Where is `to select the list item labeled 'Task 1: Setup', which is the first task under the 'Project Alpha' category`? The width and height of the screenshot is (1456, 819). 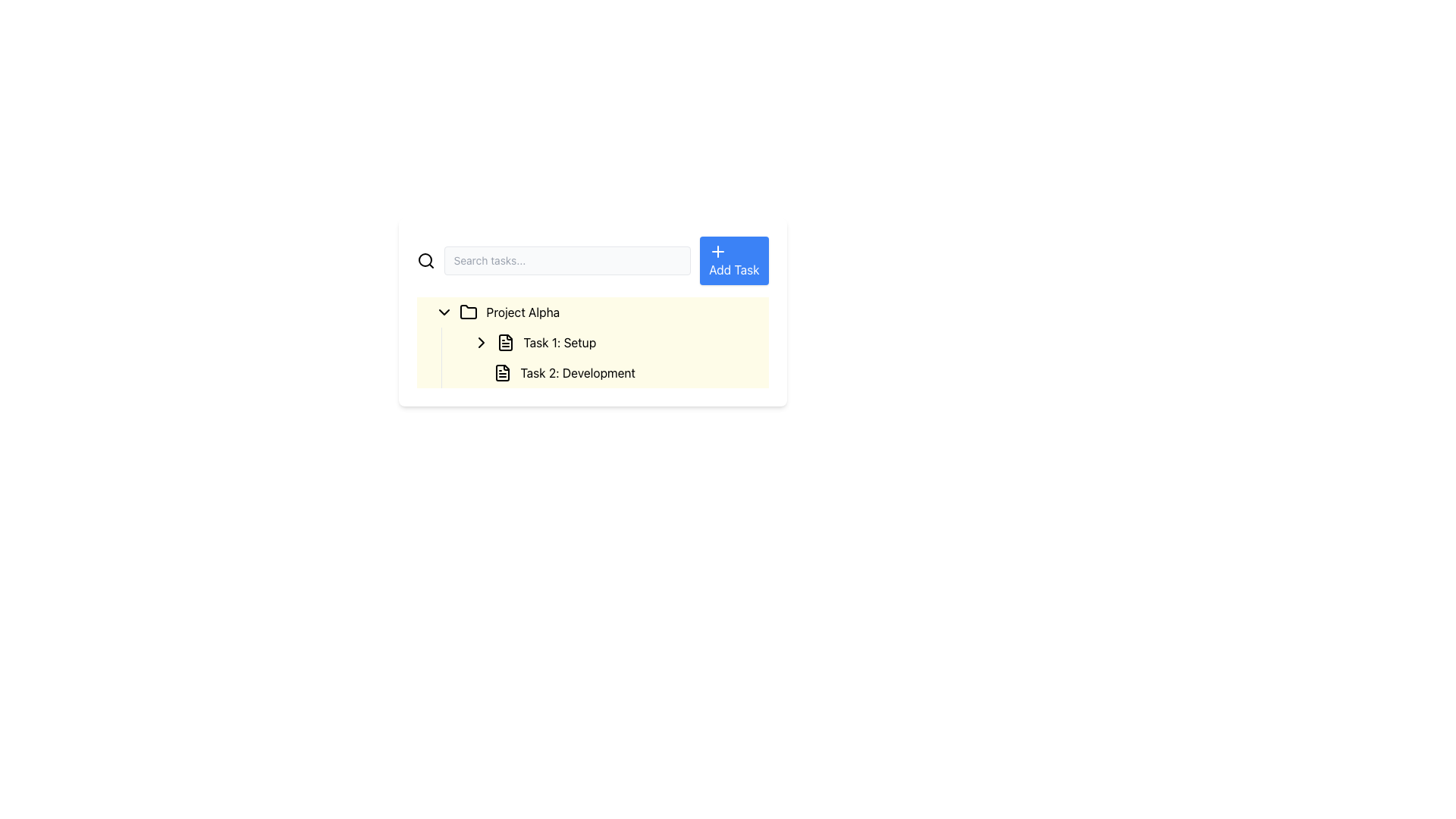 to select the list item labeled 'Task 1: Setup', which is the first task under the 'Project Alpha' category is located at coordinates (591, 342).